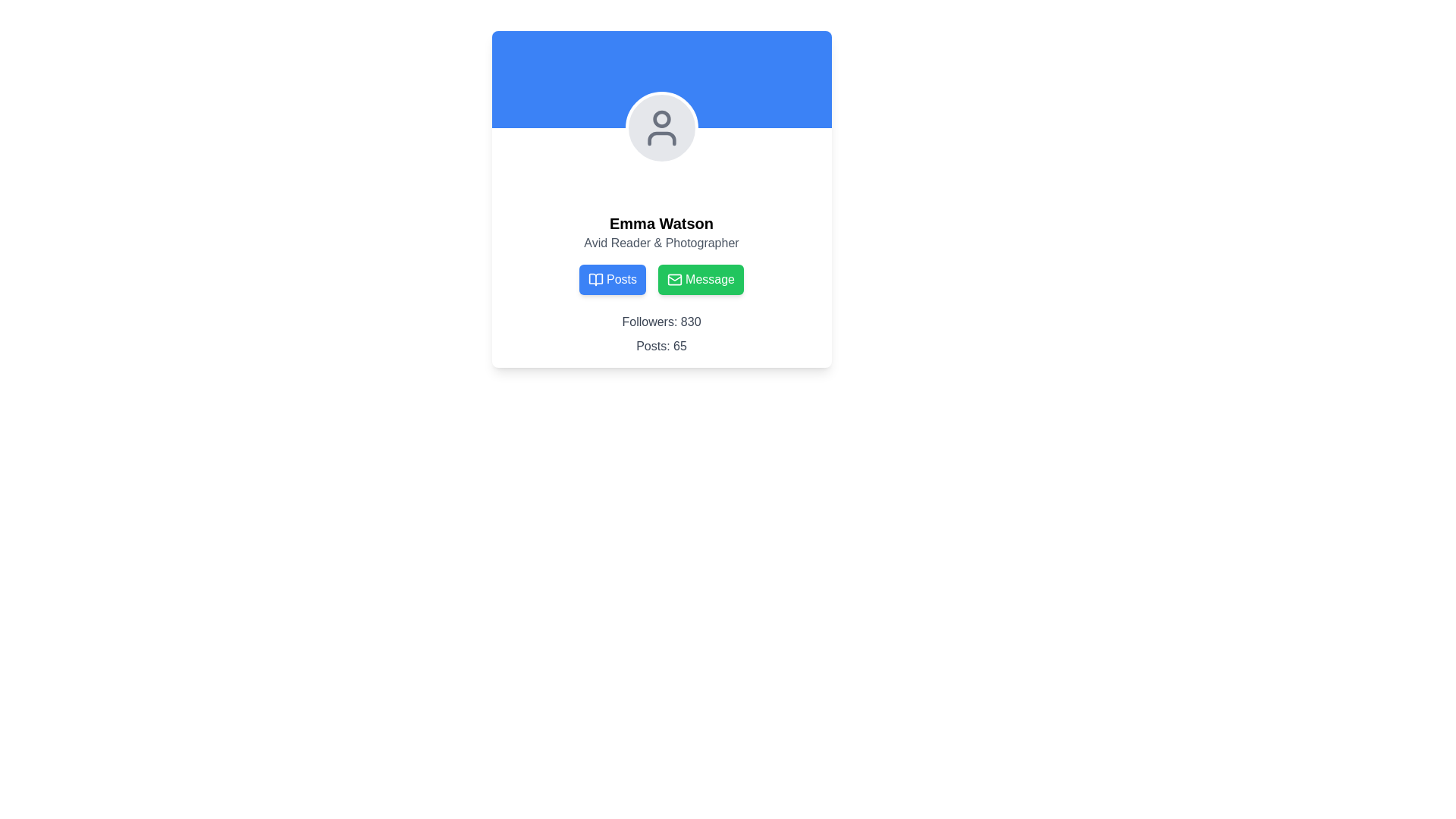 The height and width of the screenshot is (819, 1456). Describe the element at coordinates (674, 280) in the screenshot. I see `the SVG Icon resembling a mail envelope located on the green button labeled 'Message.'` at that location.